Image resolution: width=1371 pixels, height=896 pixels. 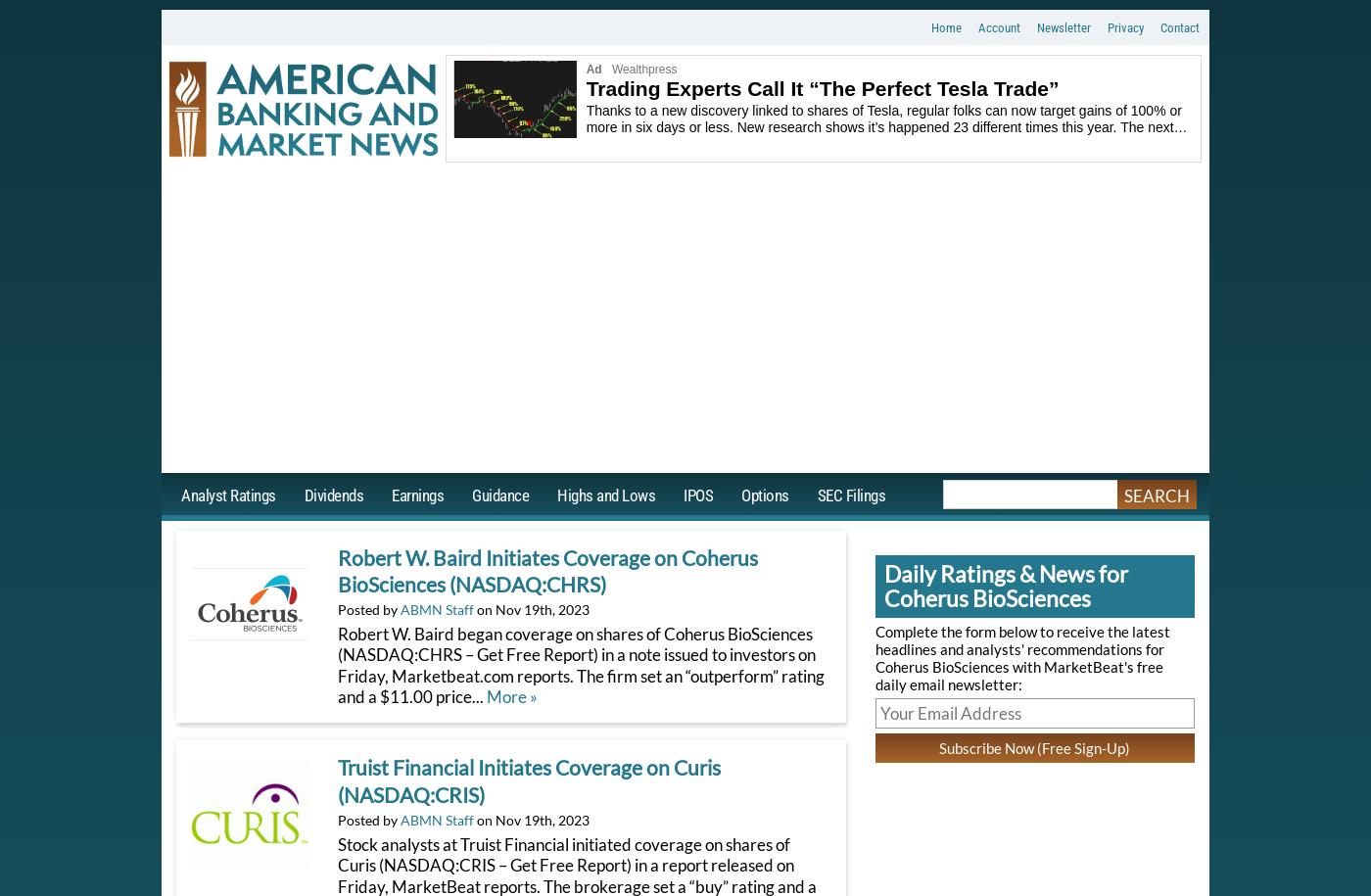 What do you see at coordinates (1108, 27) in the screenshot?
I see `'Privacy'` at bounding box center [1108, 27].